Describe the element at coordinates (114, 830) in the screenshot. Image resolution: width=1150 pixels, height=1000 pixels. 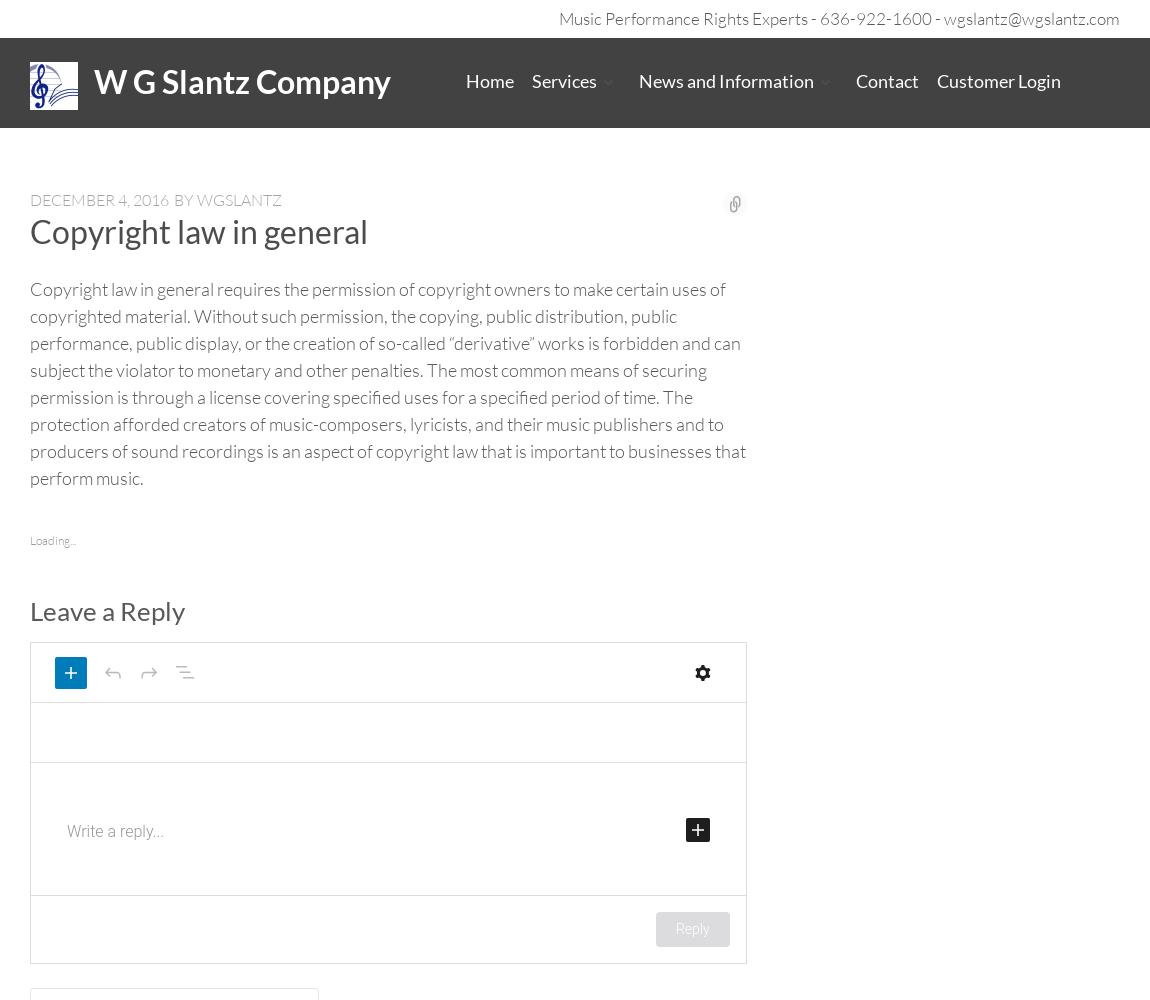
I see `'Write a reply...'` at that location.